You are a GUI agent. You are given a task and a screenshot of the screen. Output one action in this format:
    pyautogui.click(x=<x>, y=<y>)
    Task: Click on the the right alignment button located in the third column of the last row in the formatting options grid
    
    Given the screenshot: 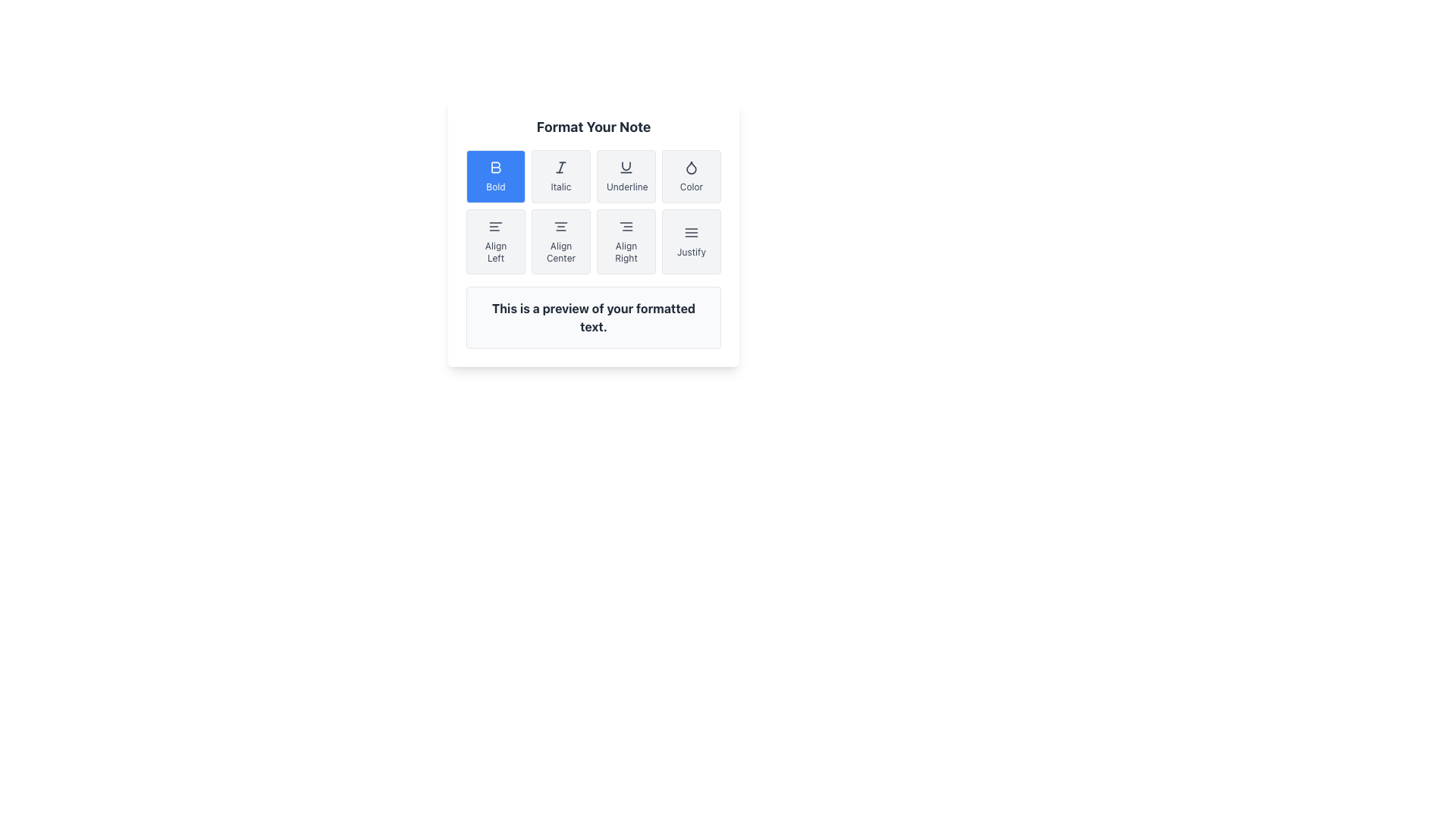 What is the action you would take?
    pyautogui.click(x=626, y=241)
    